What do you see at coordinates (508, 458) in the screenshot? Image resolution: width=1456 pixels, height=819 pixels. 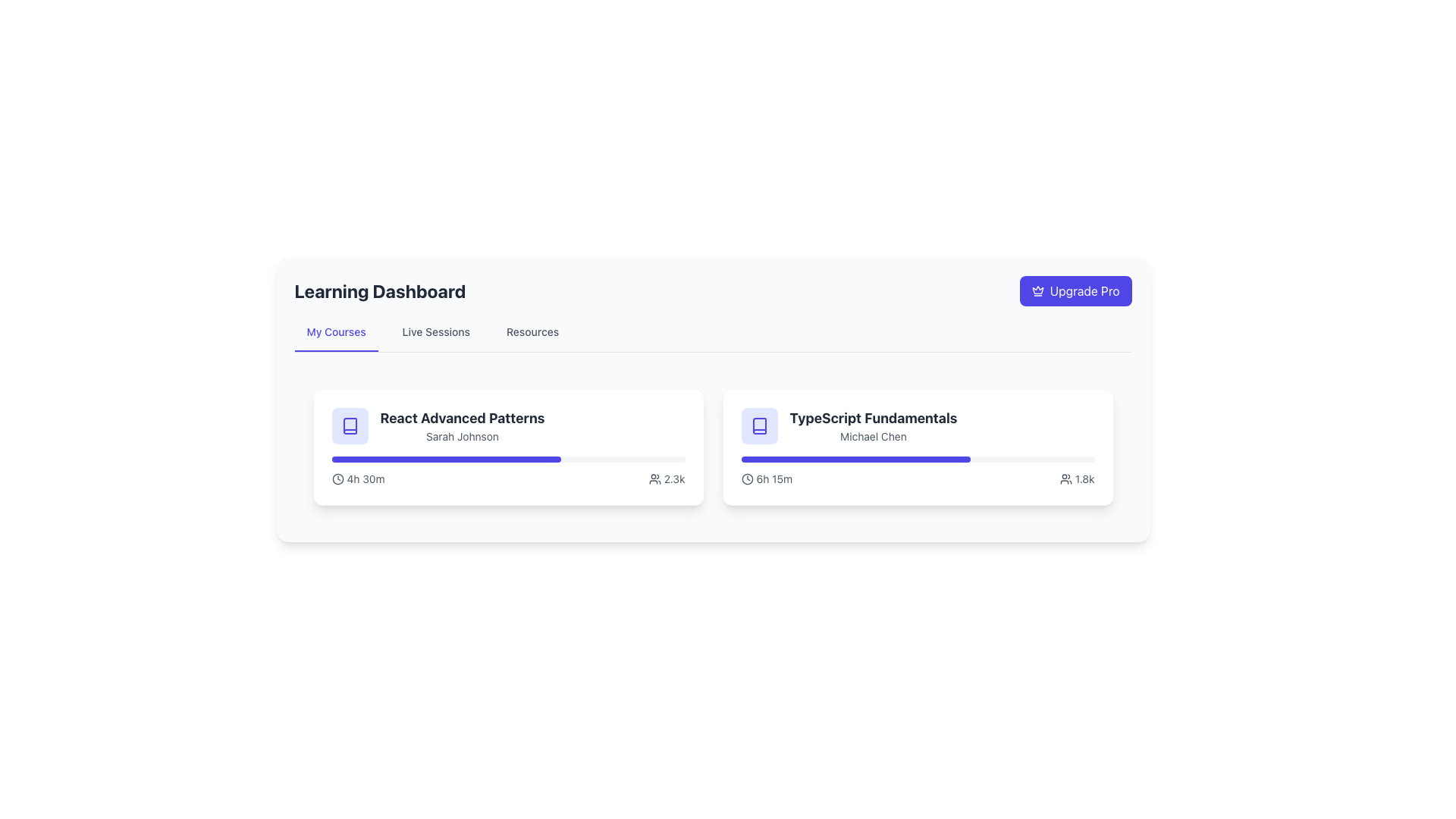 I see `the indigo-filled progress bar located in the left card of the 'My Courses' section below the title 'React Advanced Patterns'` at bounding box center [508, 458].